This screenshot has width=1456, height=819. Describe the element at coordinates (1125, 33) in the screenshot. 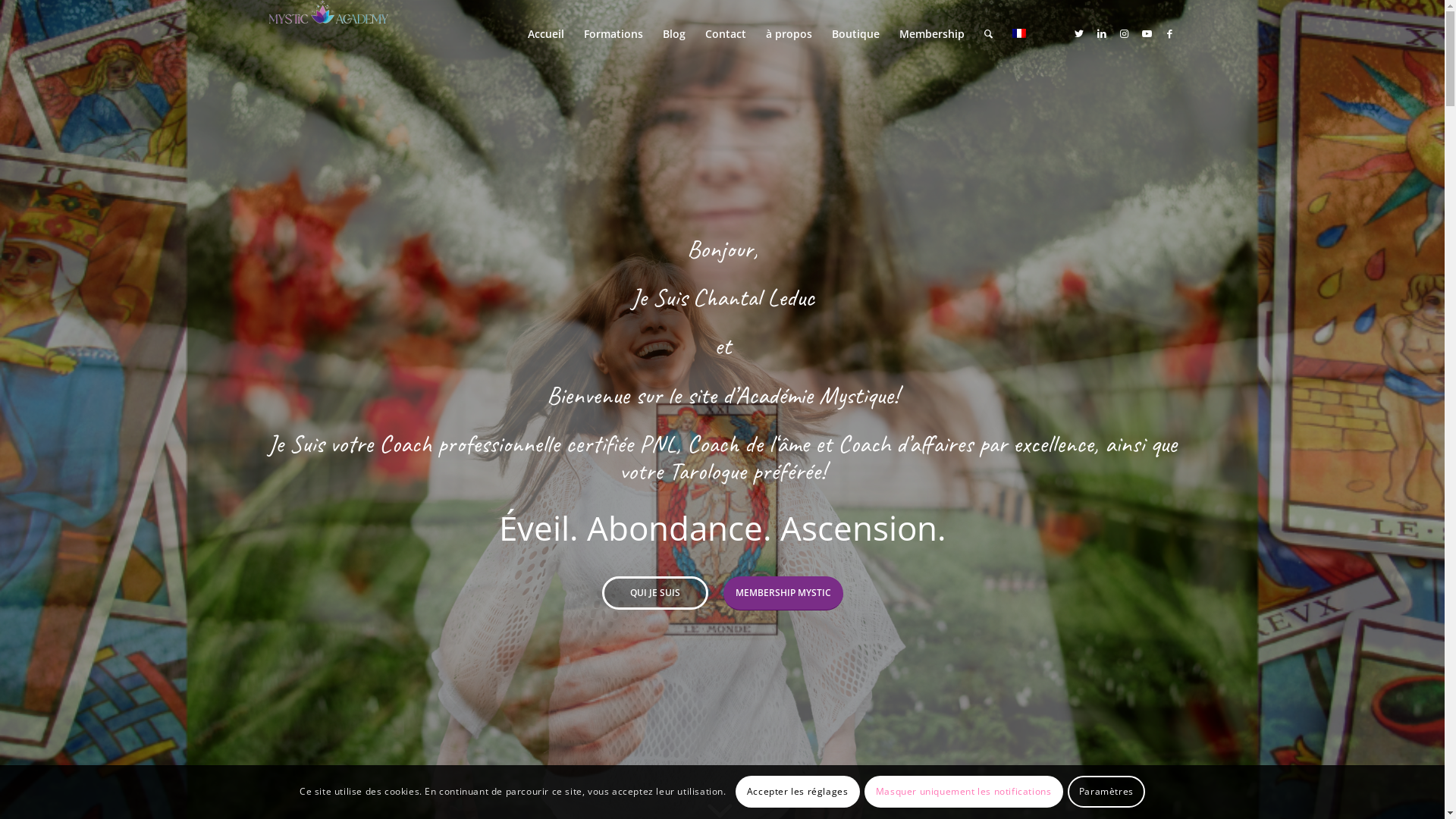

I see `'Instagram'` at that location.